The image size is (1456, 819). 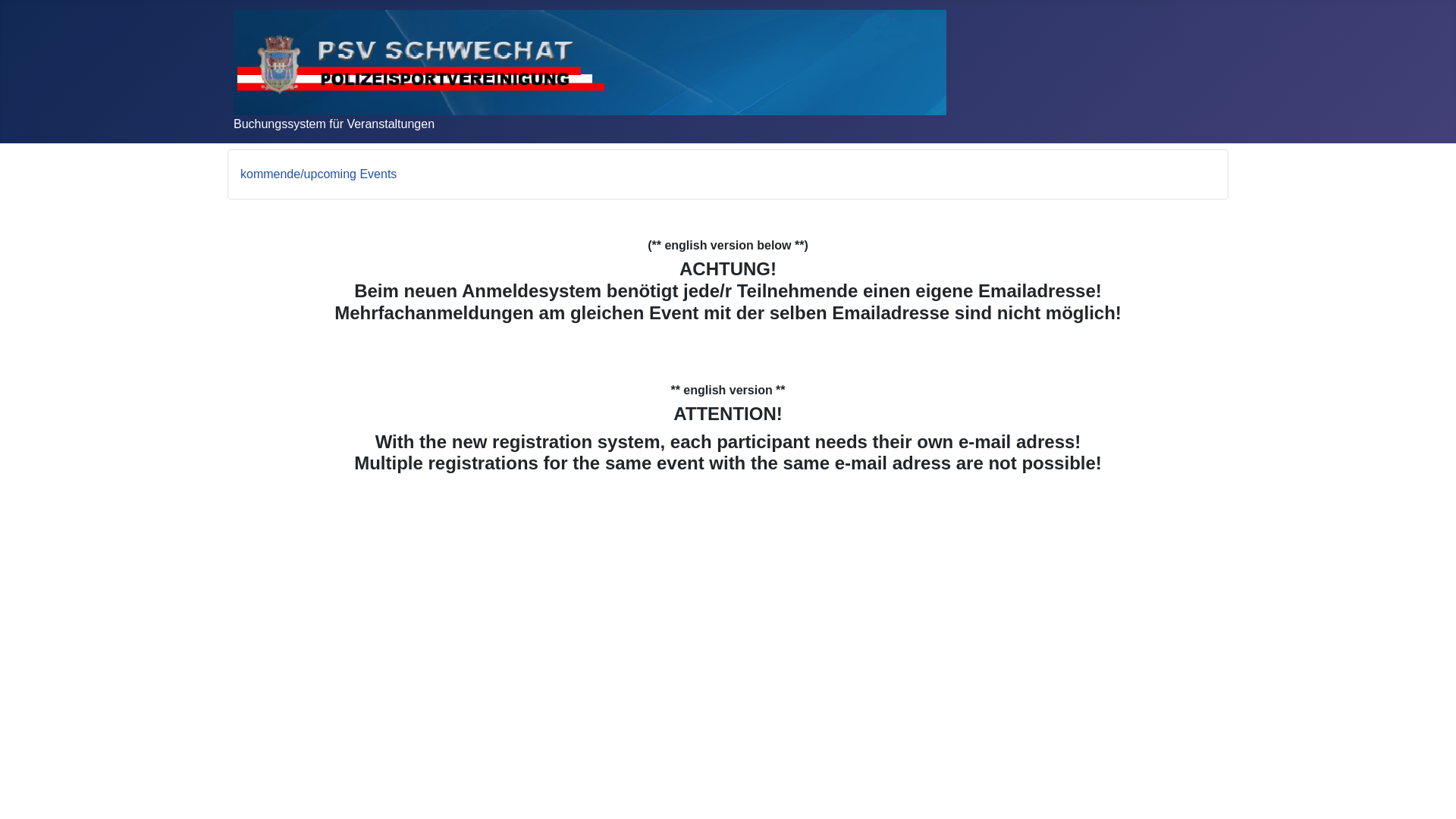 I want to click on 'kommende/upcoming Events', so click(x=318, y=173).